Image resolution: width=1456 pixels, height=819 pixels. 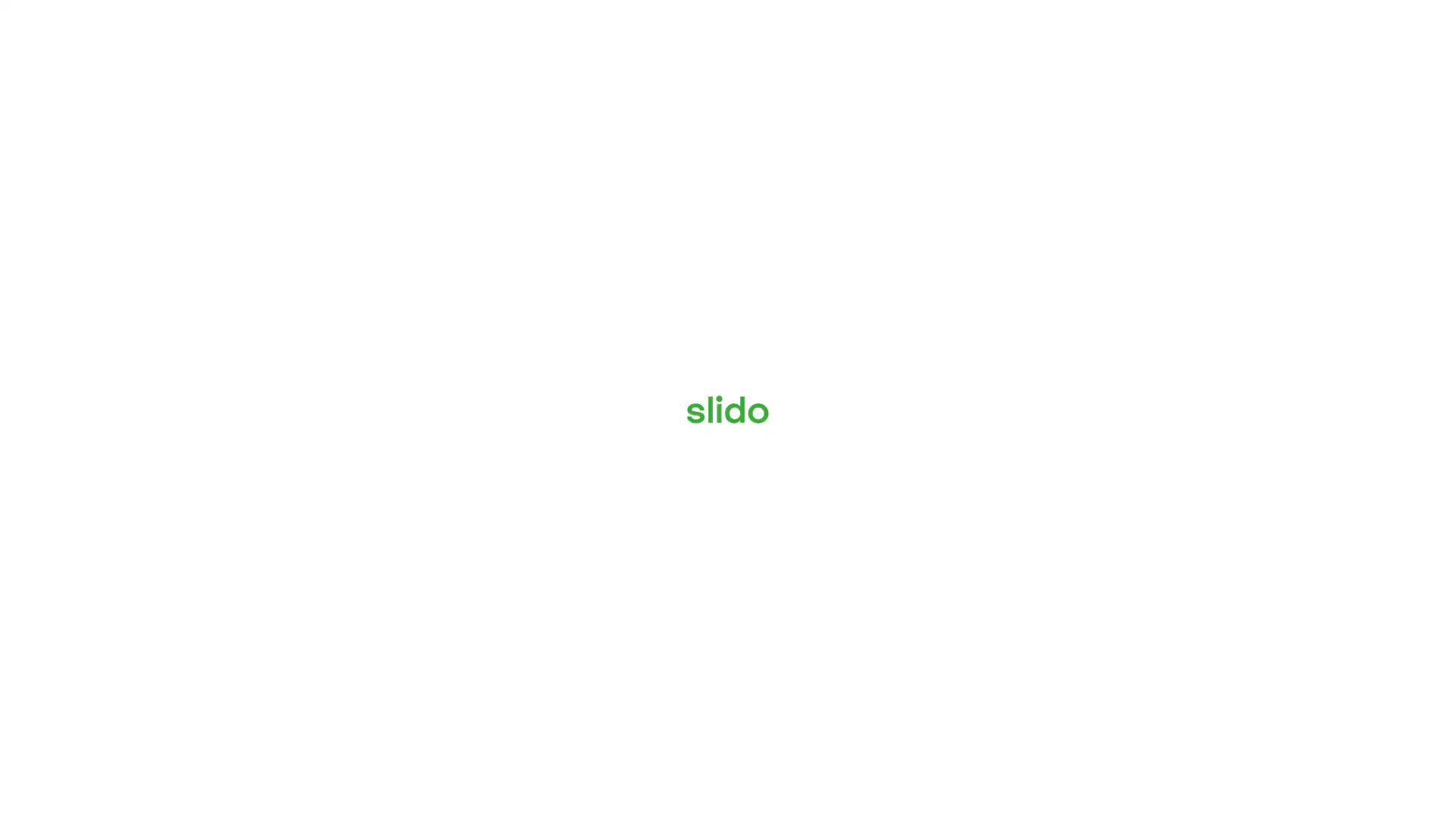 What do you see at coordinates (1344, 400) in the screenshot?
I see `25 votes, Upvote question` at bounding box center [1344, 400].